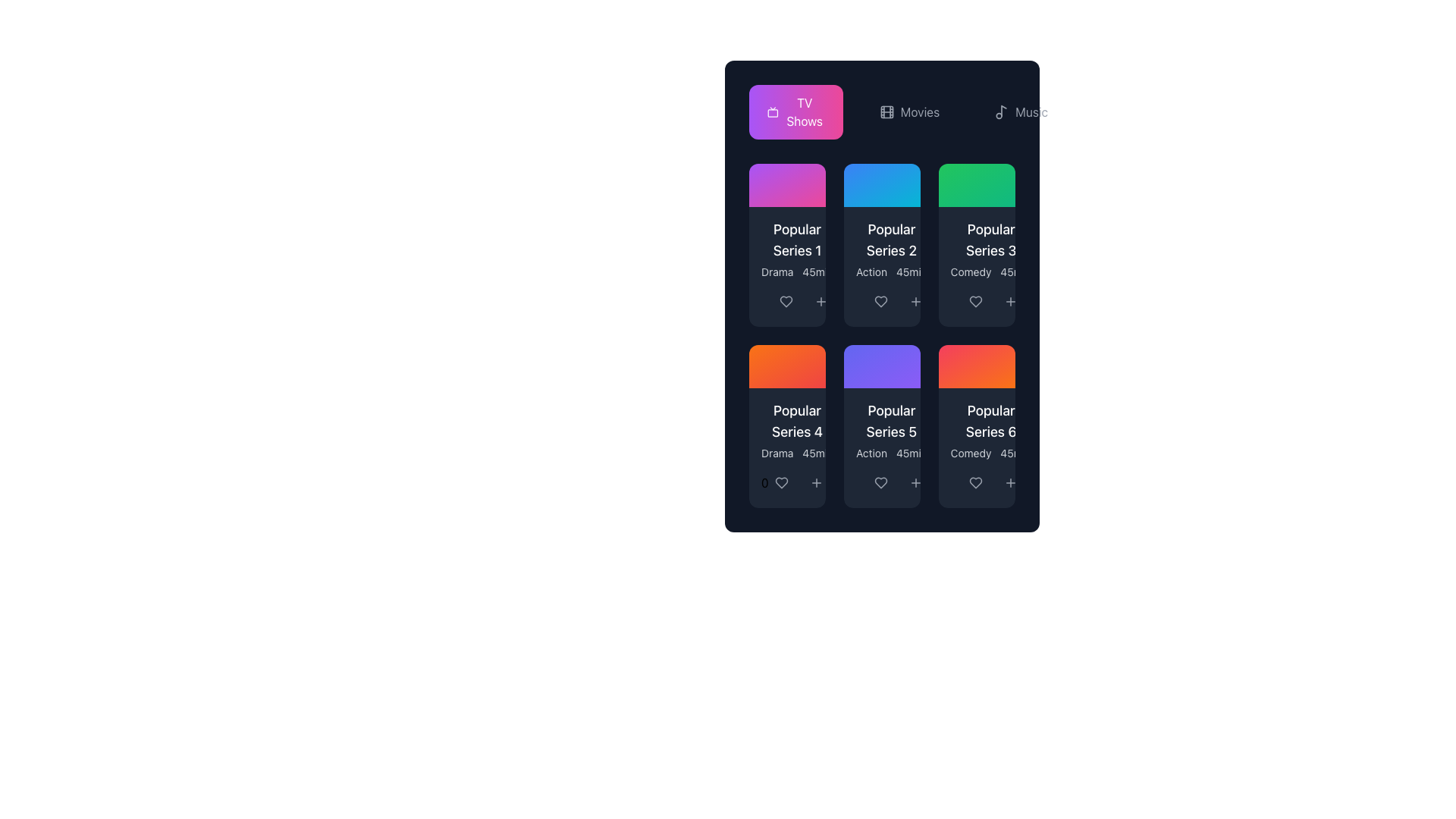 This screenshot has width=1456, height=819. What do you see at coordinates (971, 452) in the screenshot?
I see `the static text label indicating the genre 'Comedy' within the 'Popular Series 6' card, positioned at the bottom-left corner of the text block` at bounding box center [971, 452].